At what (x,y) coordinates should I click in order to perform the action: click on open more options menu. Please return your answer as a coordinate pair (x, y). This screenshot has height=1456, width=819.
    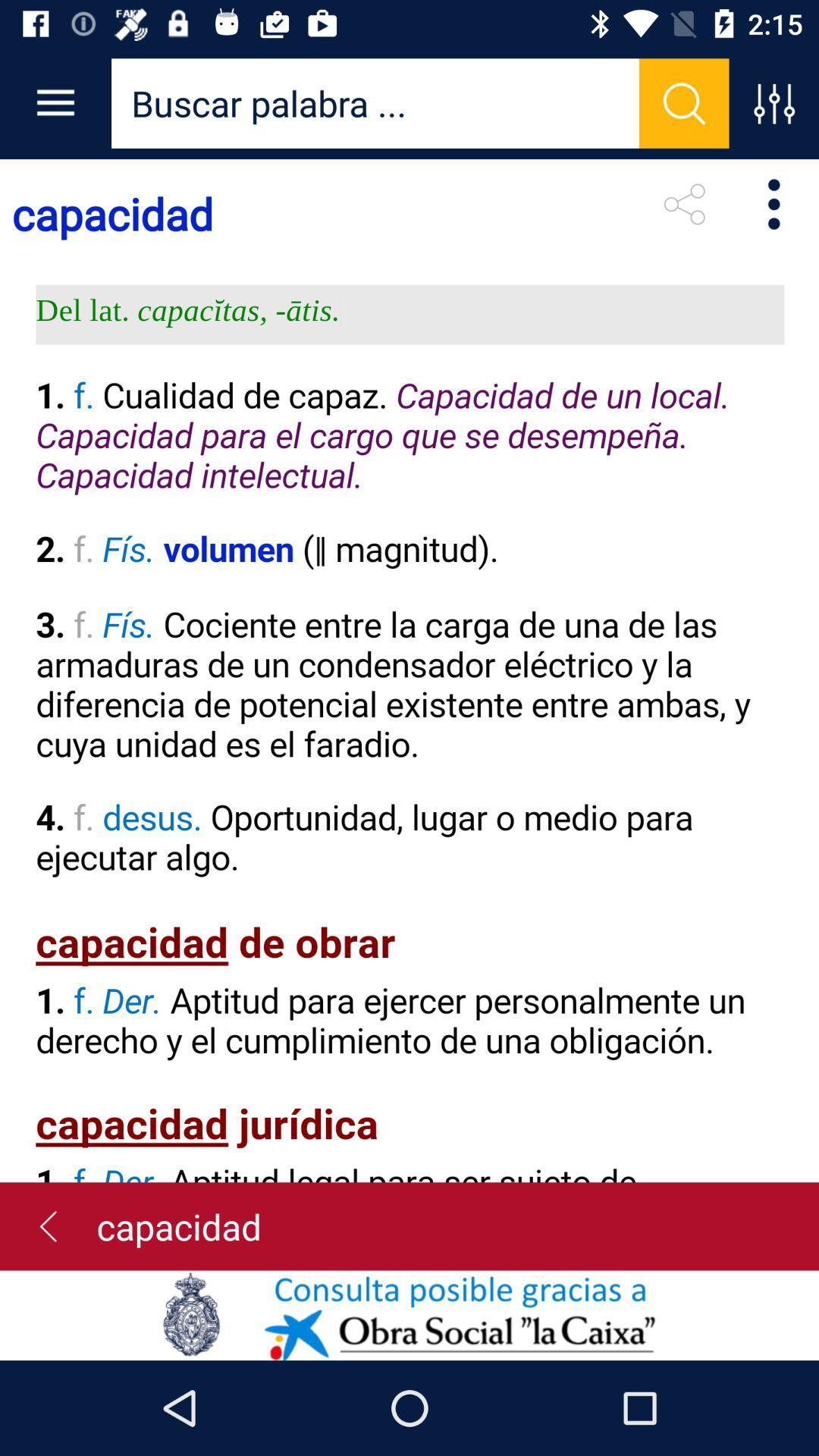
    Looking at the image, I should click on (773, 102).